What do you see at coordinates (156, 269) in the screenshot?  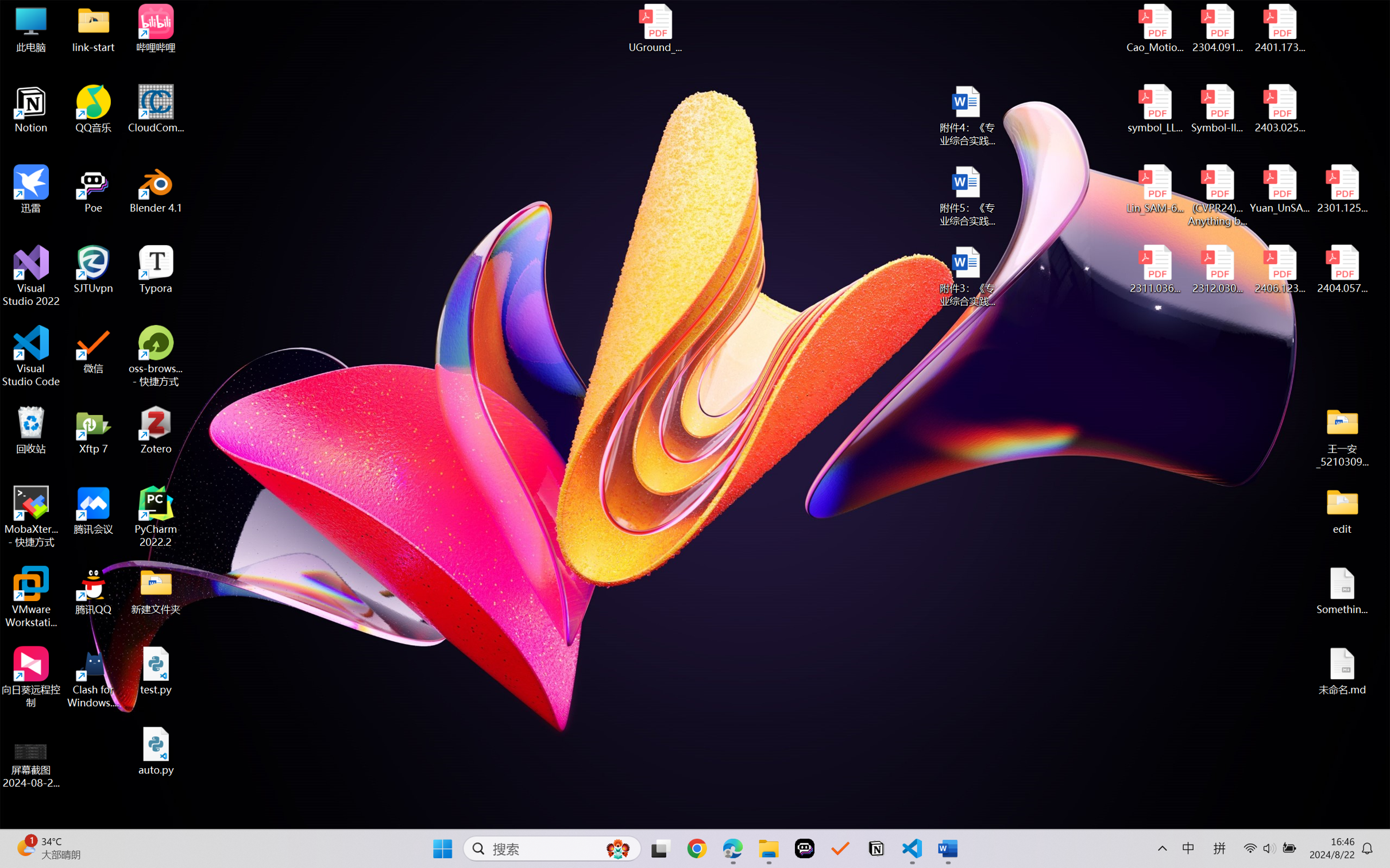 I see `'Typora'` at bounding box center [156, 269].